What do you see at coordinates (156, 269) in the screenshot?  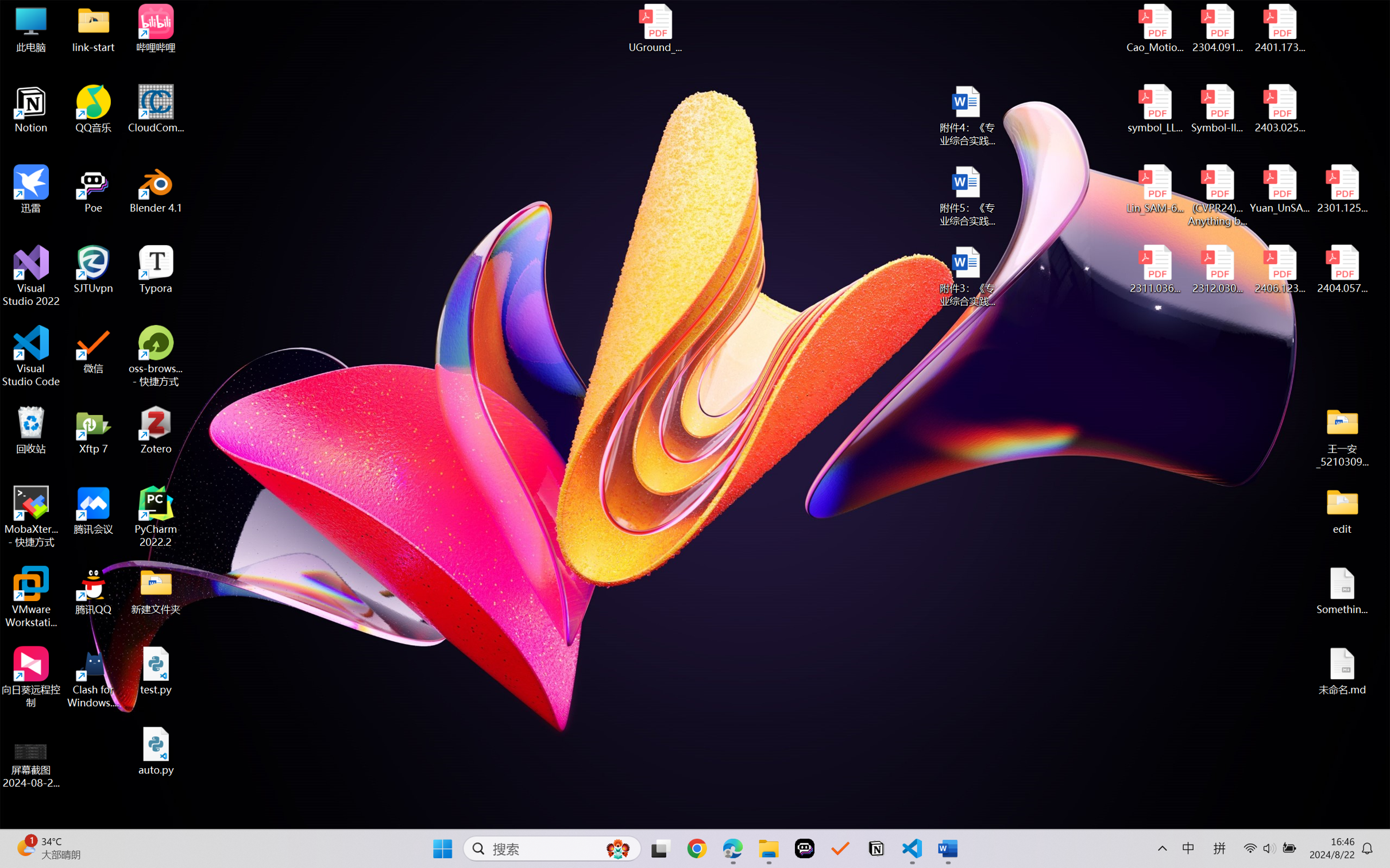 I see `'Typora'` at bounding box center [156, 269].